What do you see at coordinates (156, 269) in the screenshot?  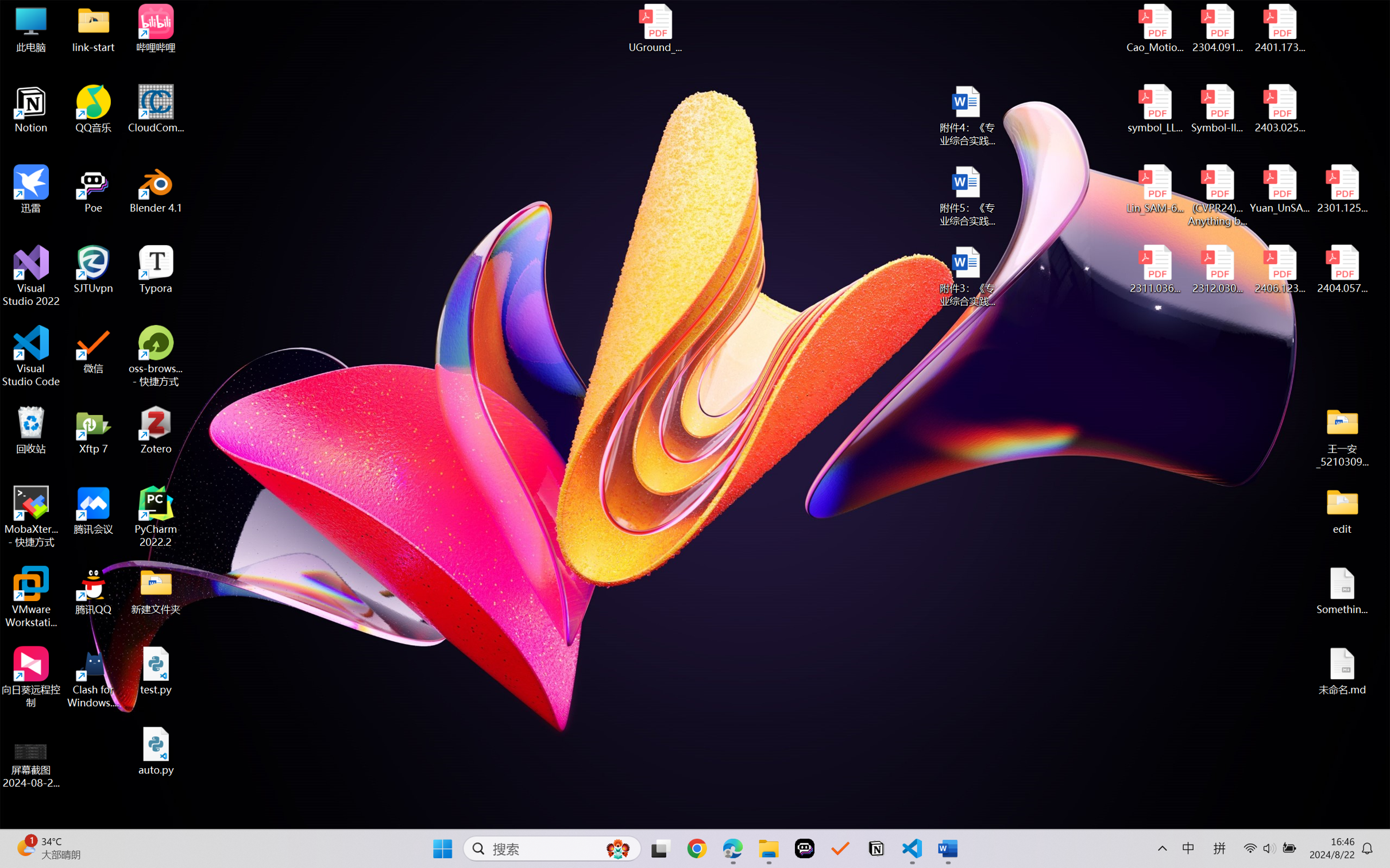 I see `'Typora'` at bounding box center [156, 269].